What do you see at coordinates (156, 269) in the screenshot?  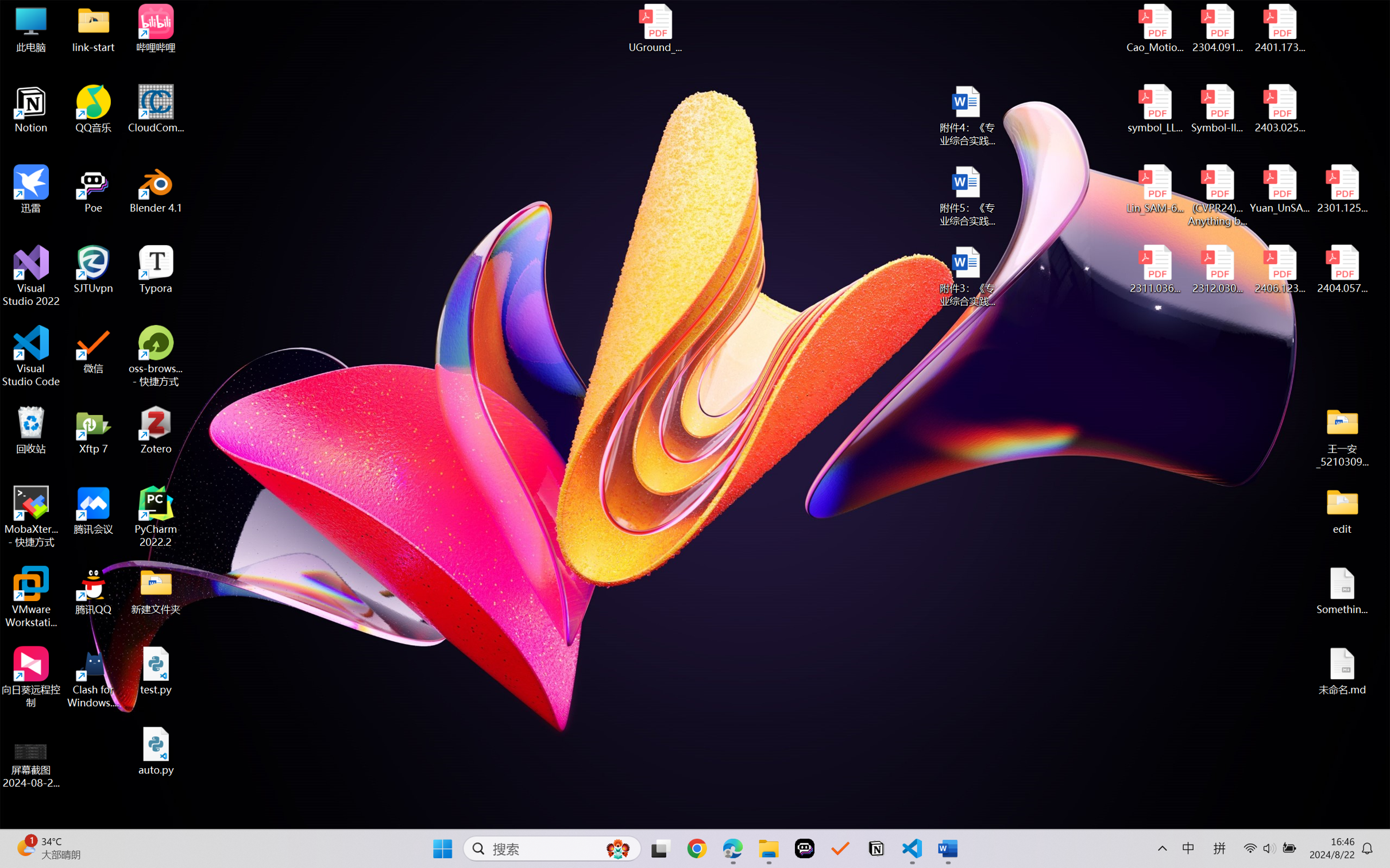 I see `'Typora'` at bounding box center [156, 269].